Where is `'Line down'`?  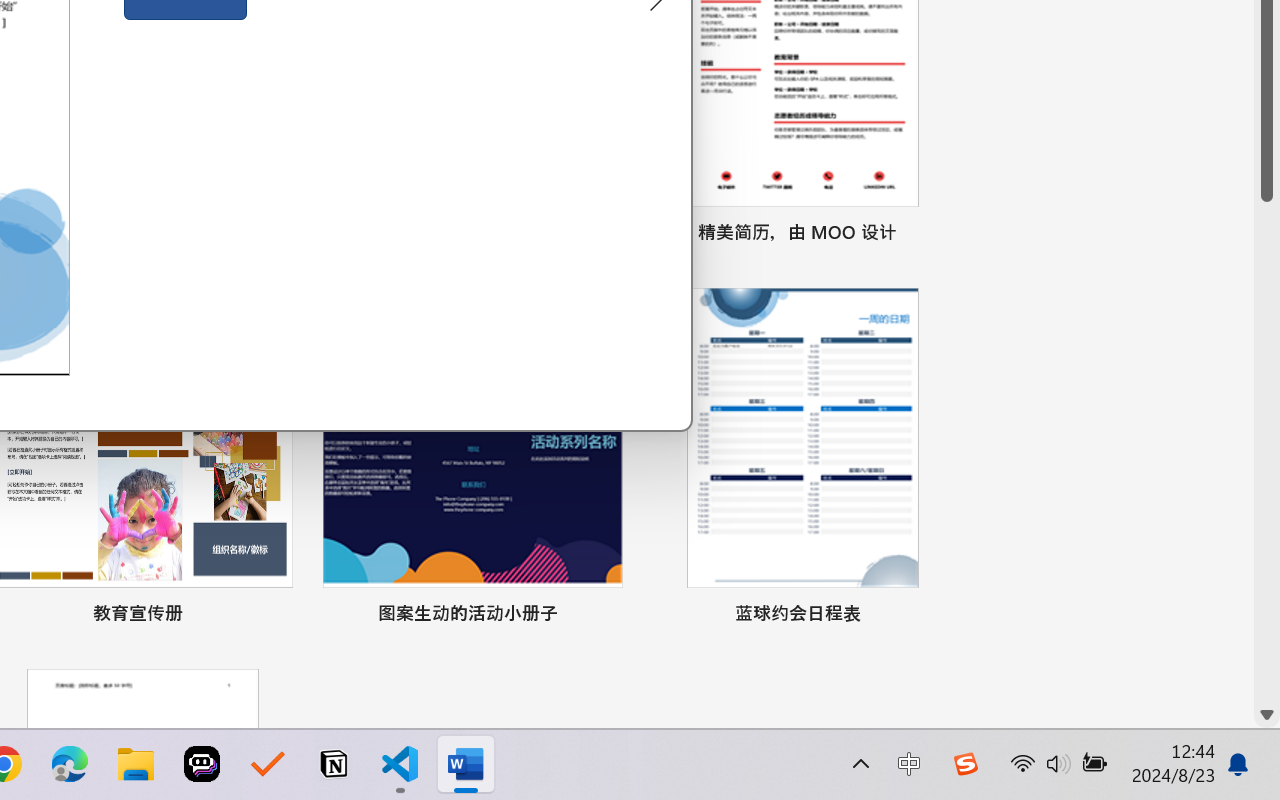 'Line down' is located at coordinates (1266, 714).